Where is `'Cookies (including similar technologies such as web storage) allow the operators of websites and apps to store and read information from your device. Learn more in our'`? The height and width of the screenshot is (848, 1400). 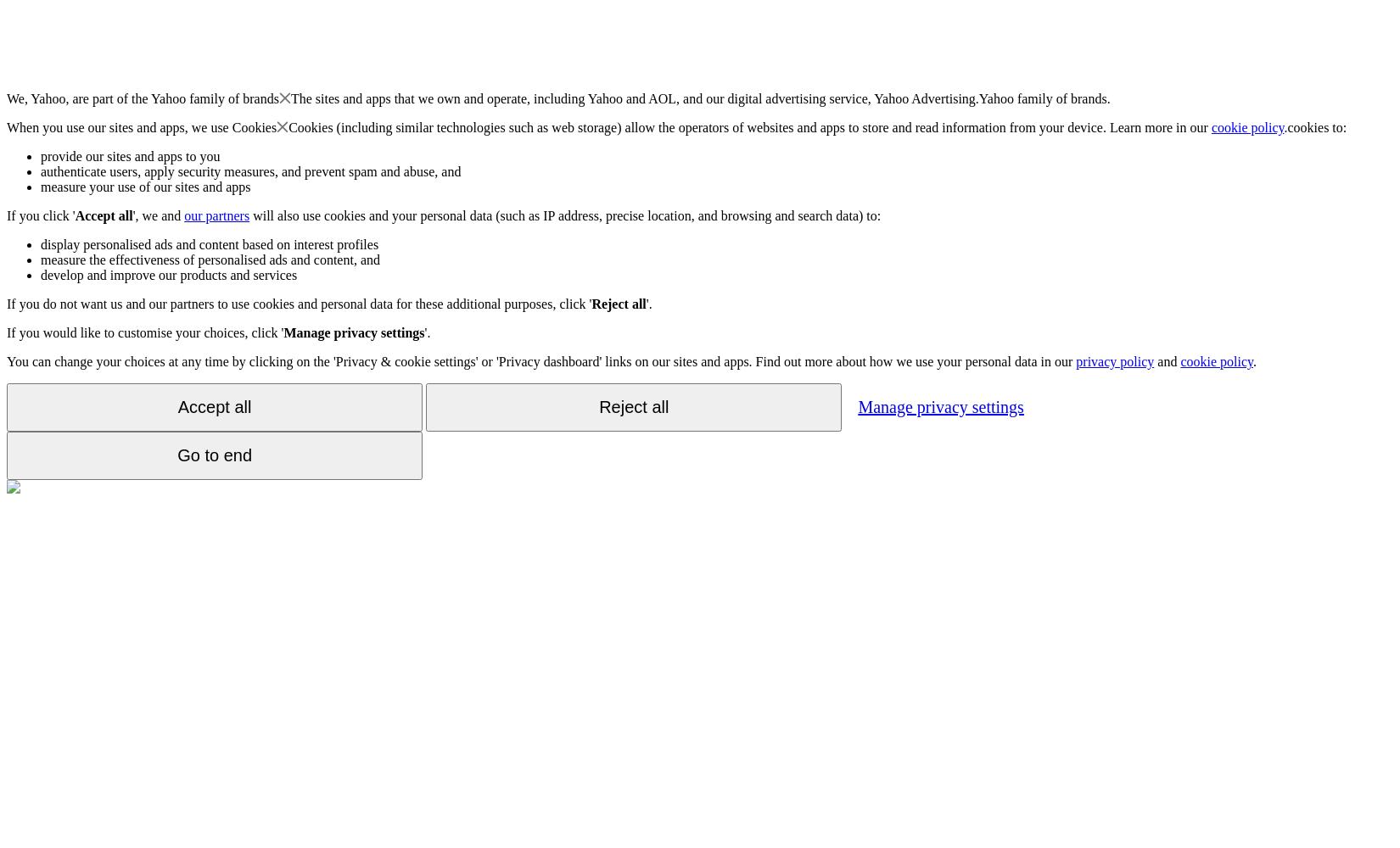
'Cookies (including similar technologies such as web storage) allow the operators of websites and apps to store and read information from your device. Learn more in our' is located at coordinates (749, 127).